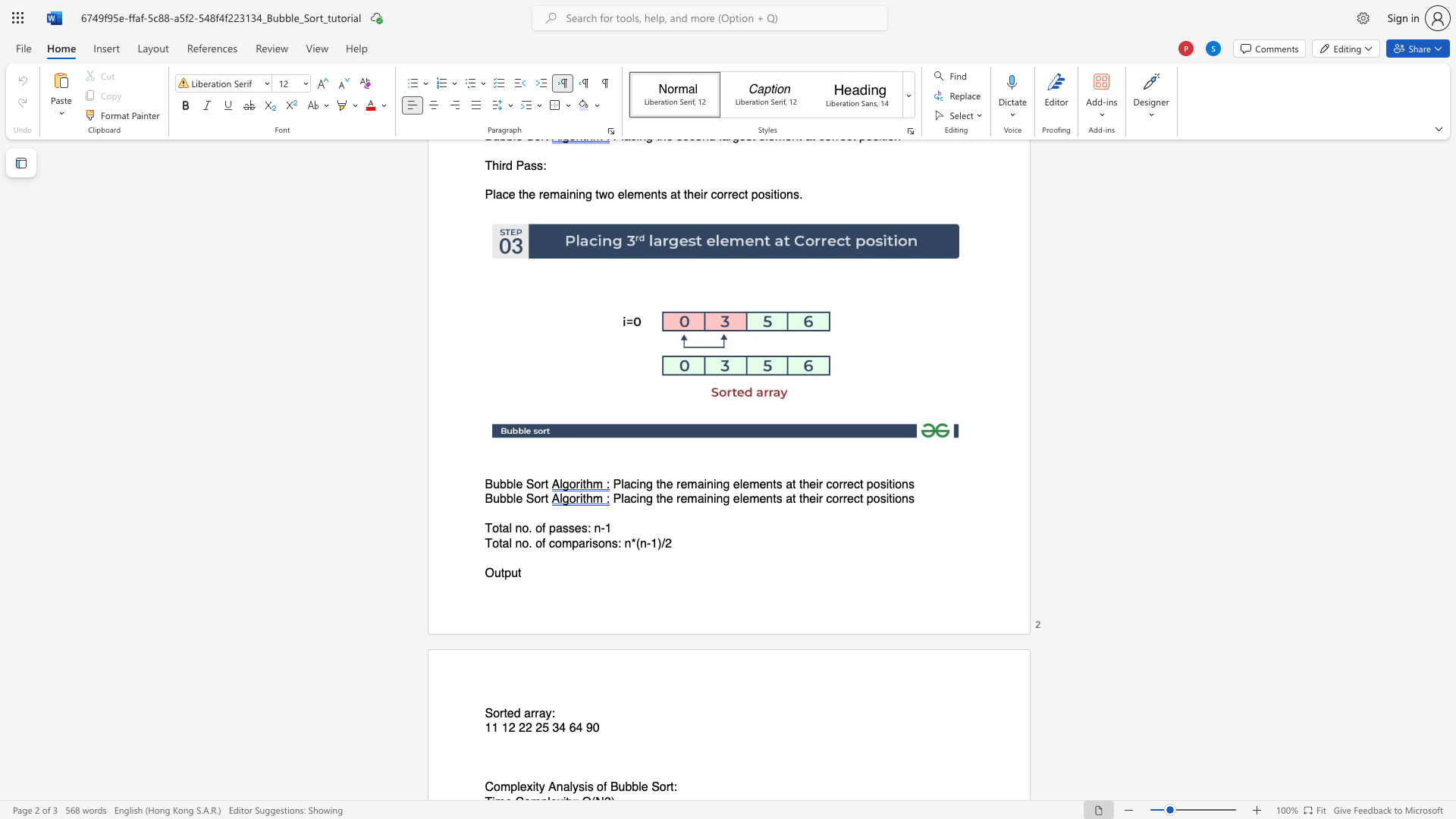 The height and width of the screenshot is (819, 1456). What do you see at coordinates (512, 499) in the screenshot?
I see `the space between the continuous character "b" and "l" in the text` at bounding box center [512, 499].